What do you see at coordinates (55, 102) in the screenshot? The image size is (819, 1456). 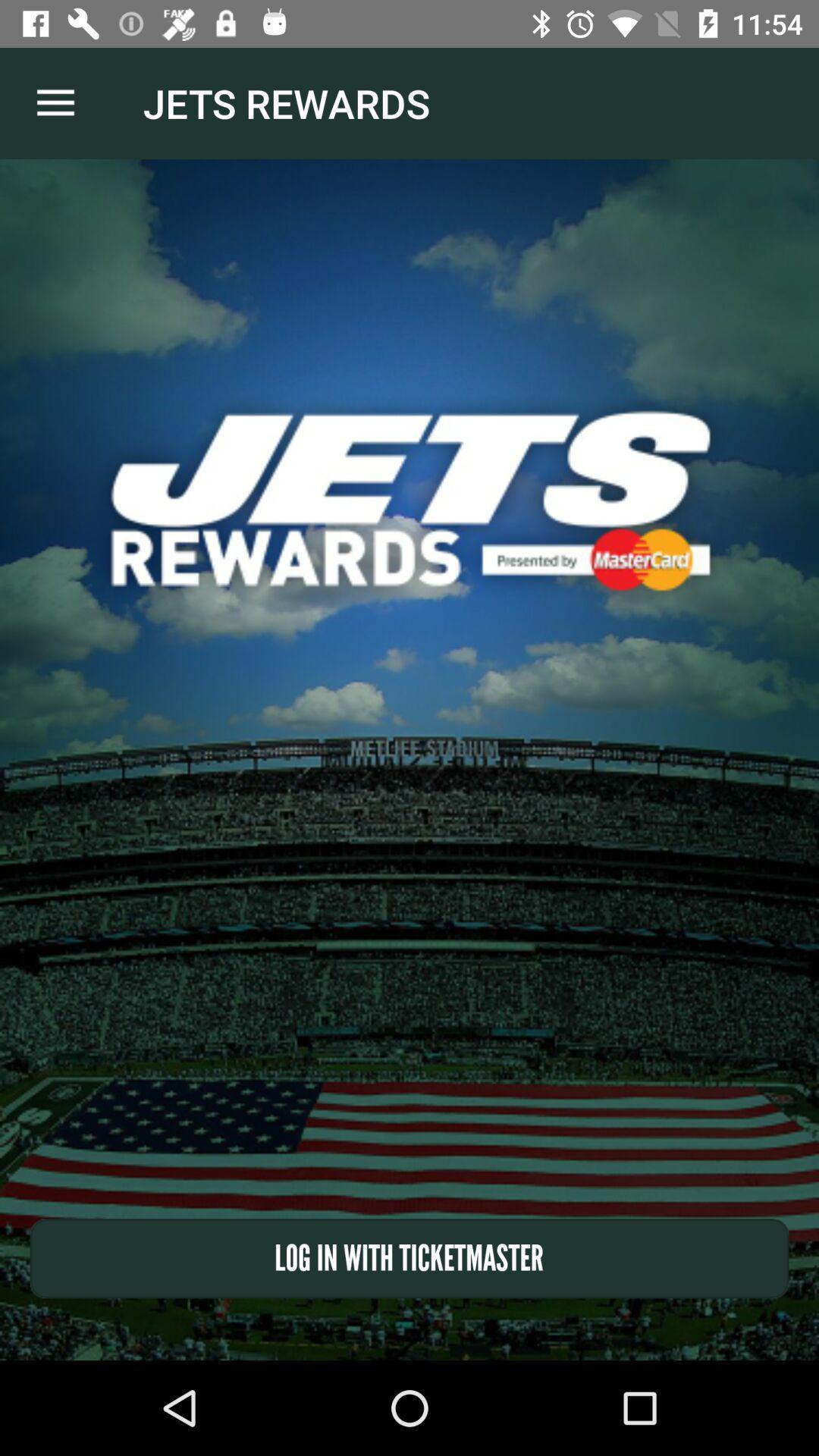 I see `item next to jets rewards item` at bounding box center [55, 102].